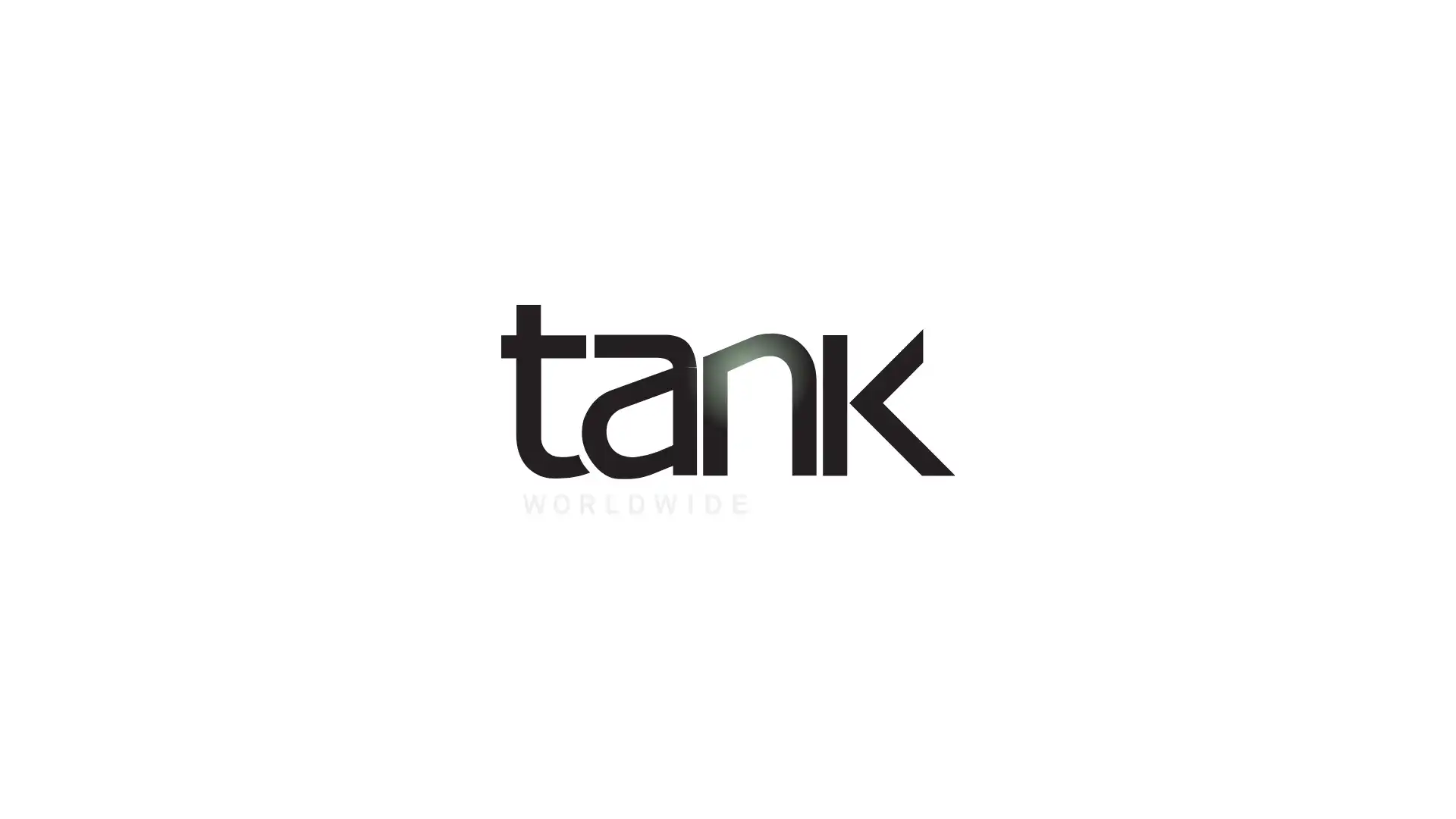 This screenshot has width=1456, height=819. Describe the element at coordinates (1230, 795) in the screenshot. I see `Accept All Cookies` at that location.